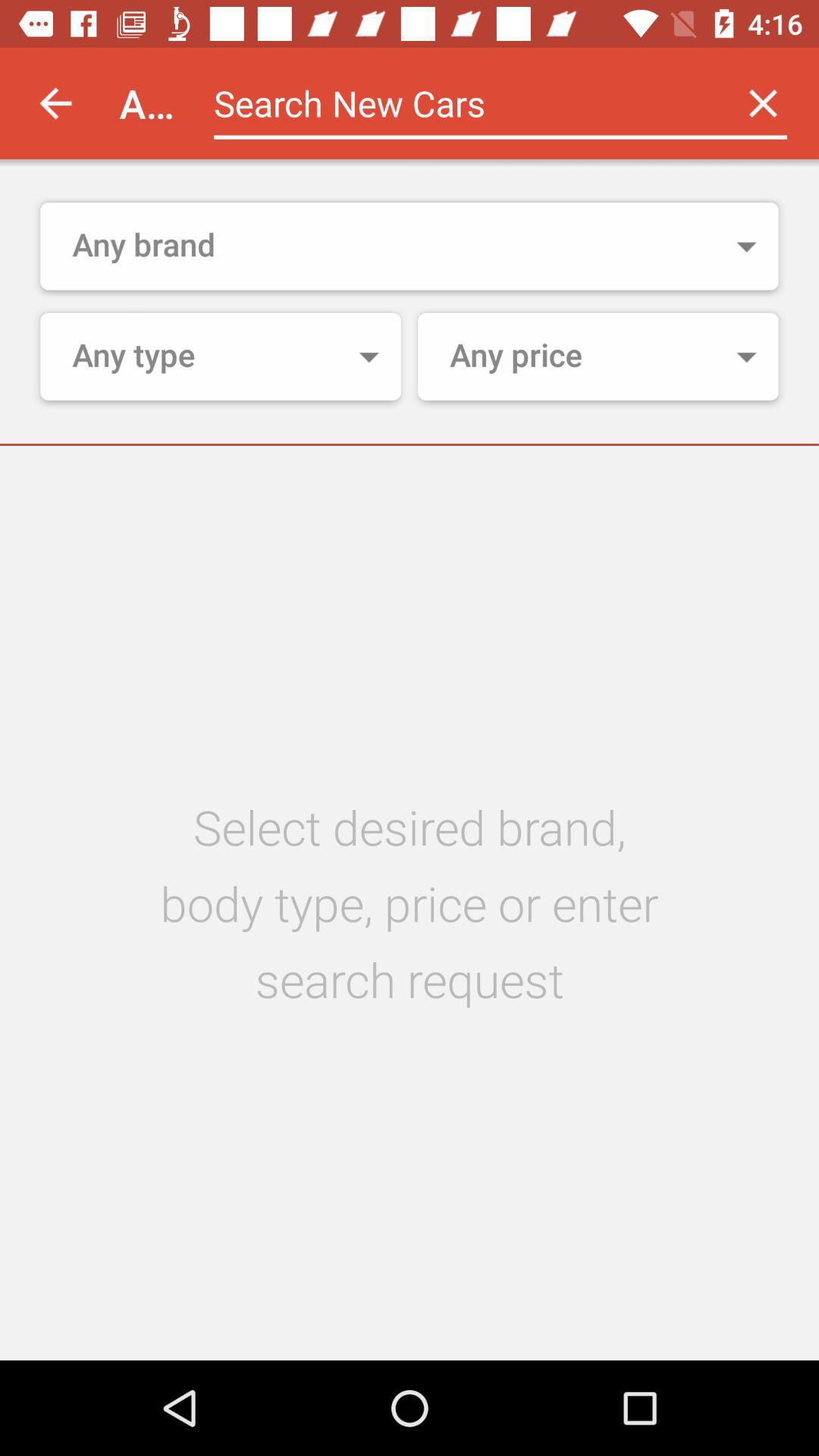 The width and height of the screenshot is (819, 1456). I want to click on search text entry box, so click(460, 102).